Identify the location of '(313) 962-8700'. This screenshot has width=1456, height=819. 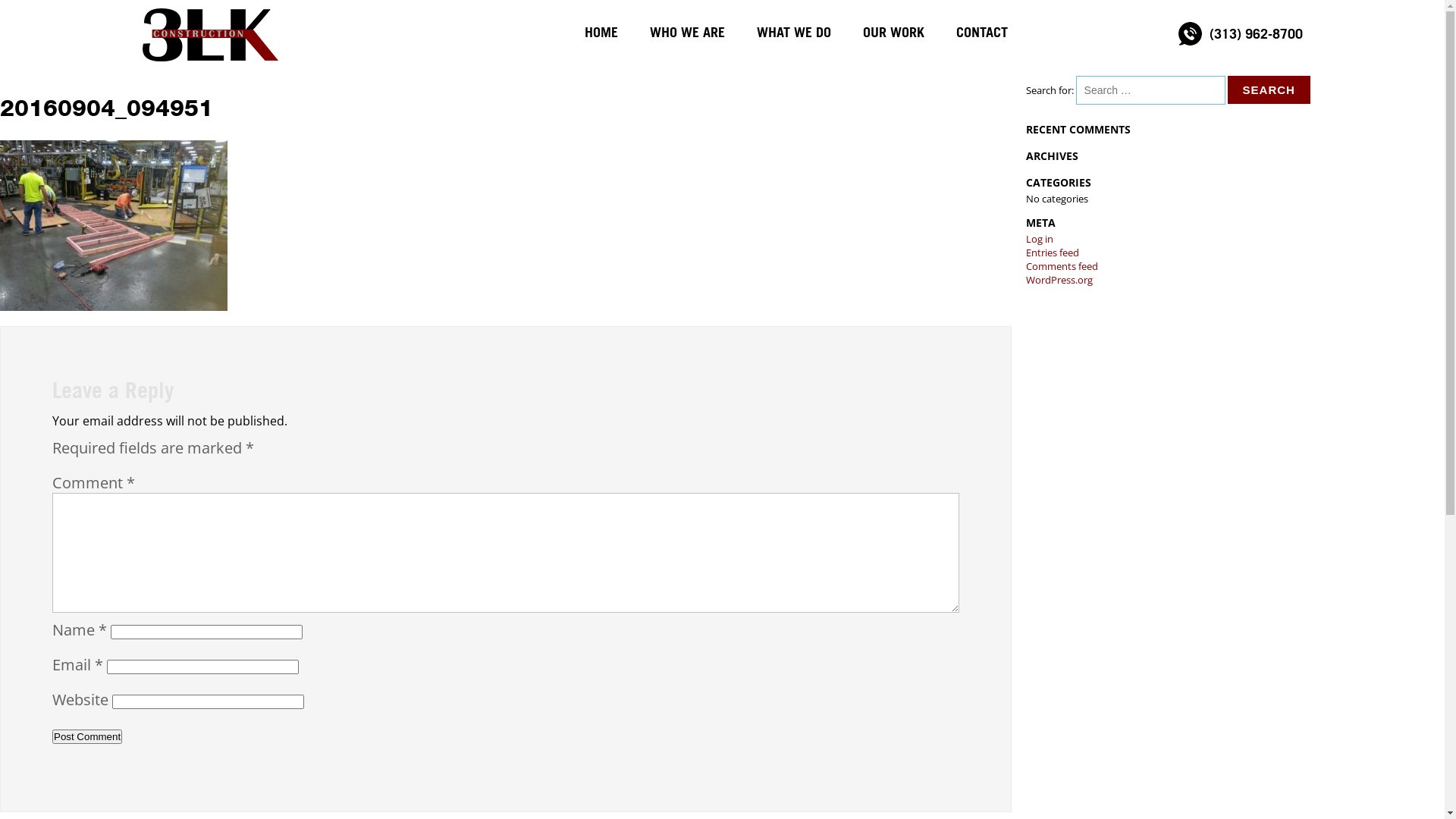
(1200, 32).